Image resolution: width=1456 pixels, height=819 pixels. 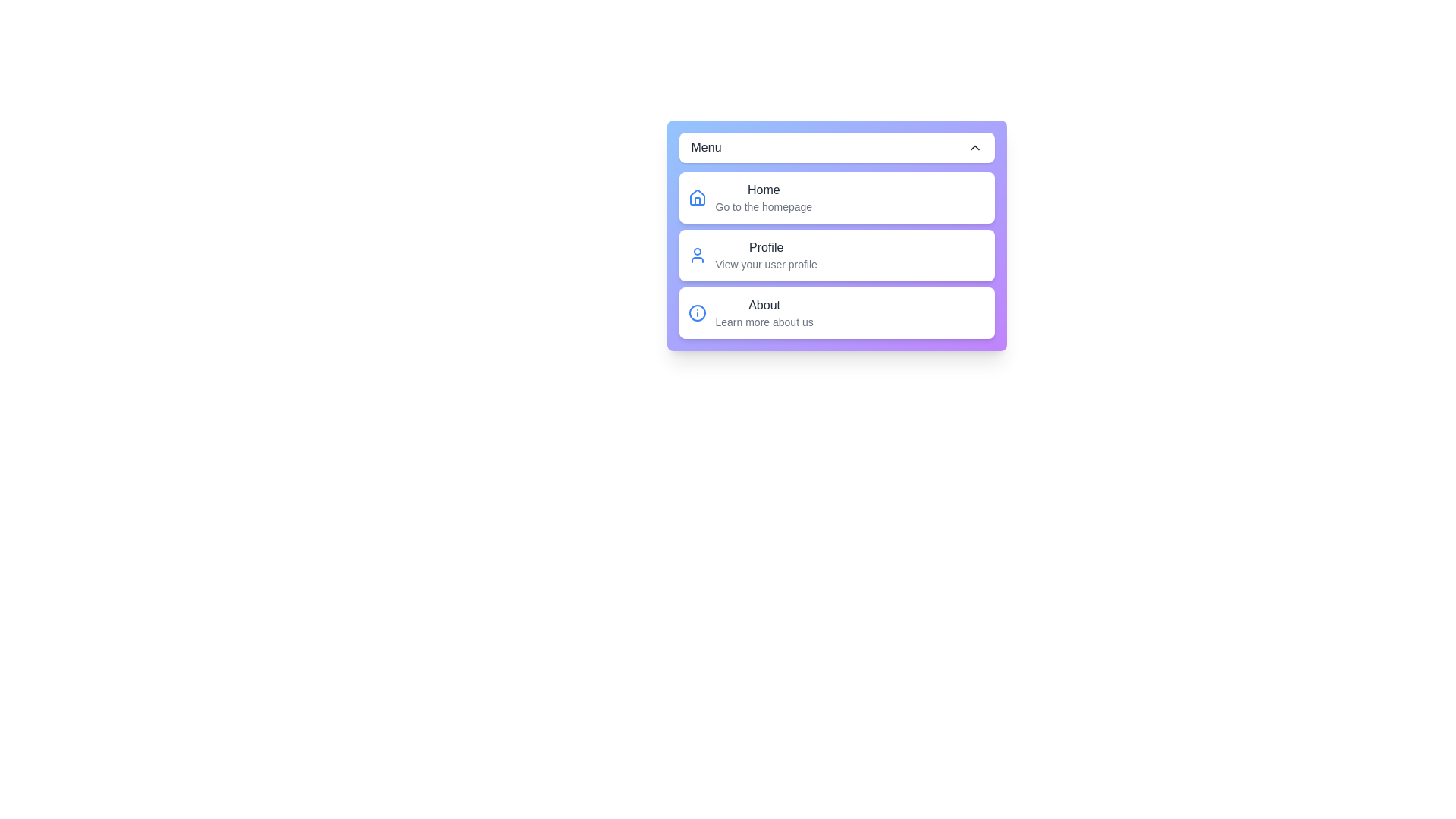 I want to click on the menu item Home to observe the hover effect, so click(x=836, y=197).